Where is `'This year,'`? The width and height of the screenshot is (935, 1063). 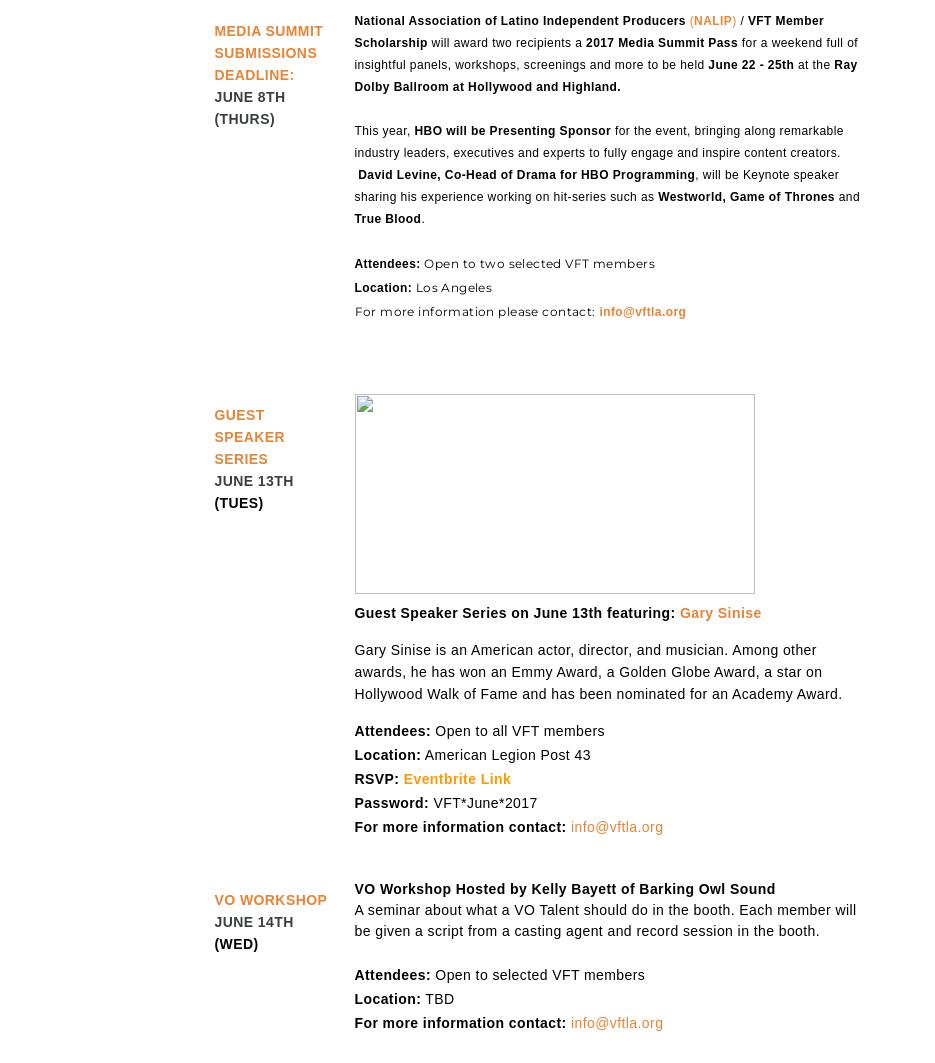
'This year,' is located at coordinates (384, 130).